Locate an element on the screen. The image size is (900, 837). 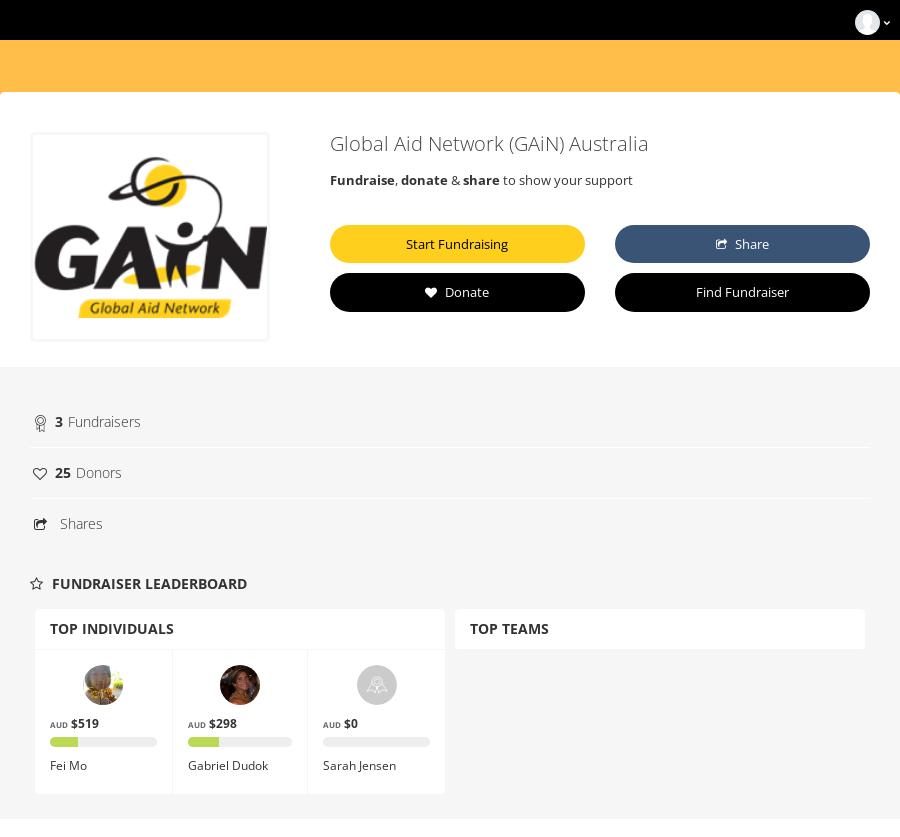
'to show your support' is located at coordinates (565, 179).